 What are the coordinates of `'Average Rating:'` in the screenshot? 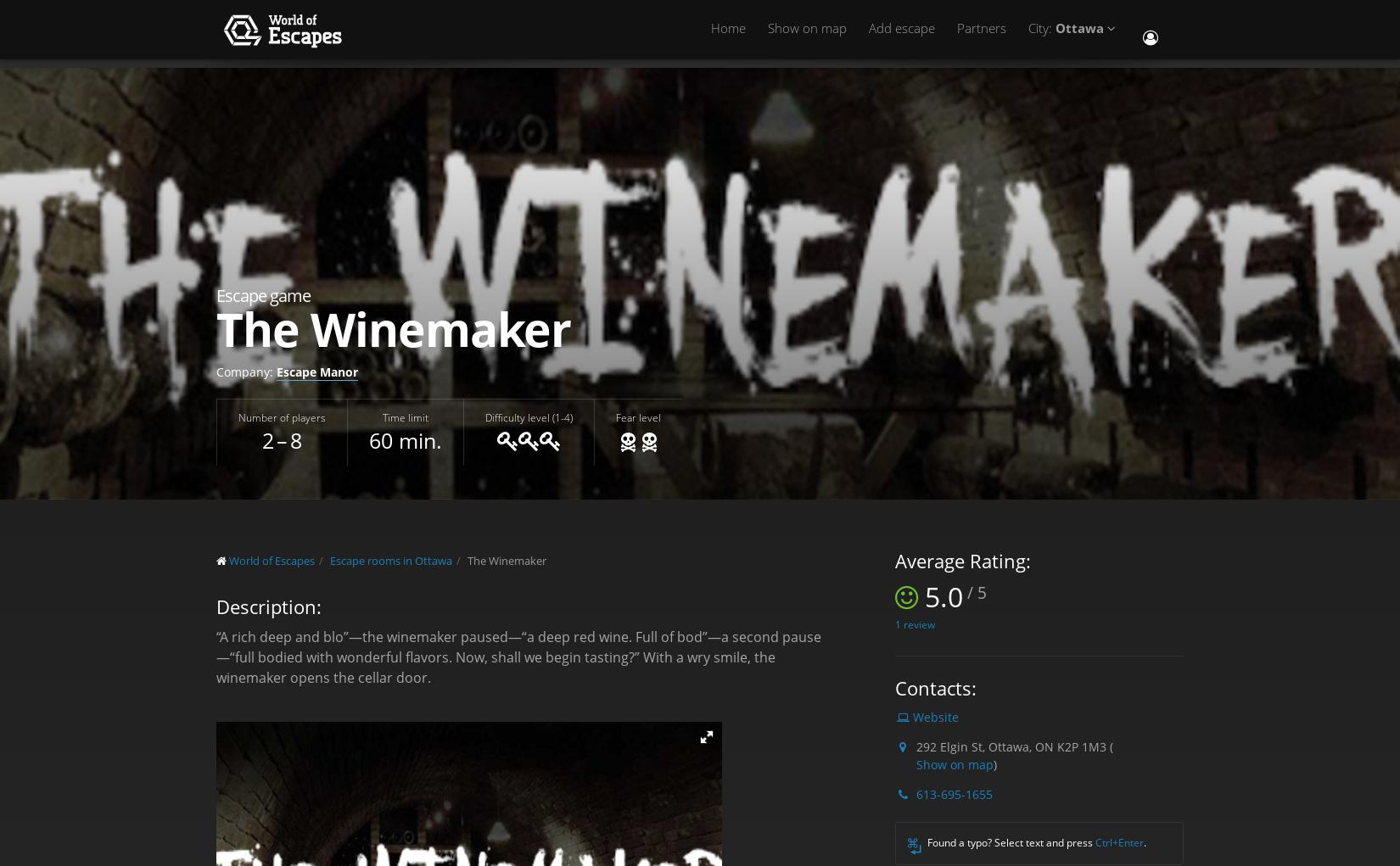 It's located at (963, 558).